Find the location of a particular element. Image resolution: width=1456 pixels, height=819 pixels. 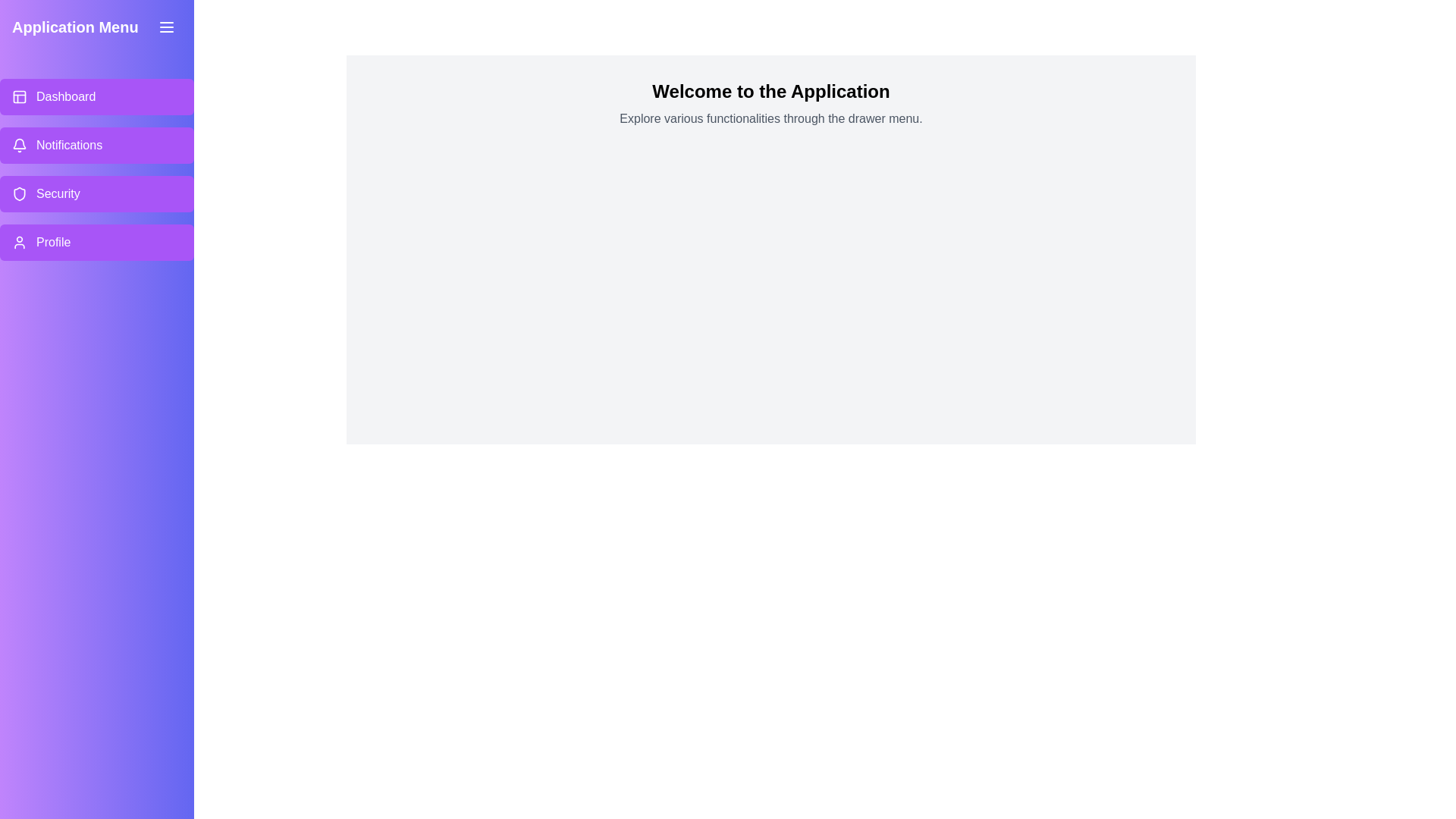

the menu item labeled Security to highlight it is located at coordinates (96, 193).